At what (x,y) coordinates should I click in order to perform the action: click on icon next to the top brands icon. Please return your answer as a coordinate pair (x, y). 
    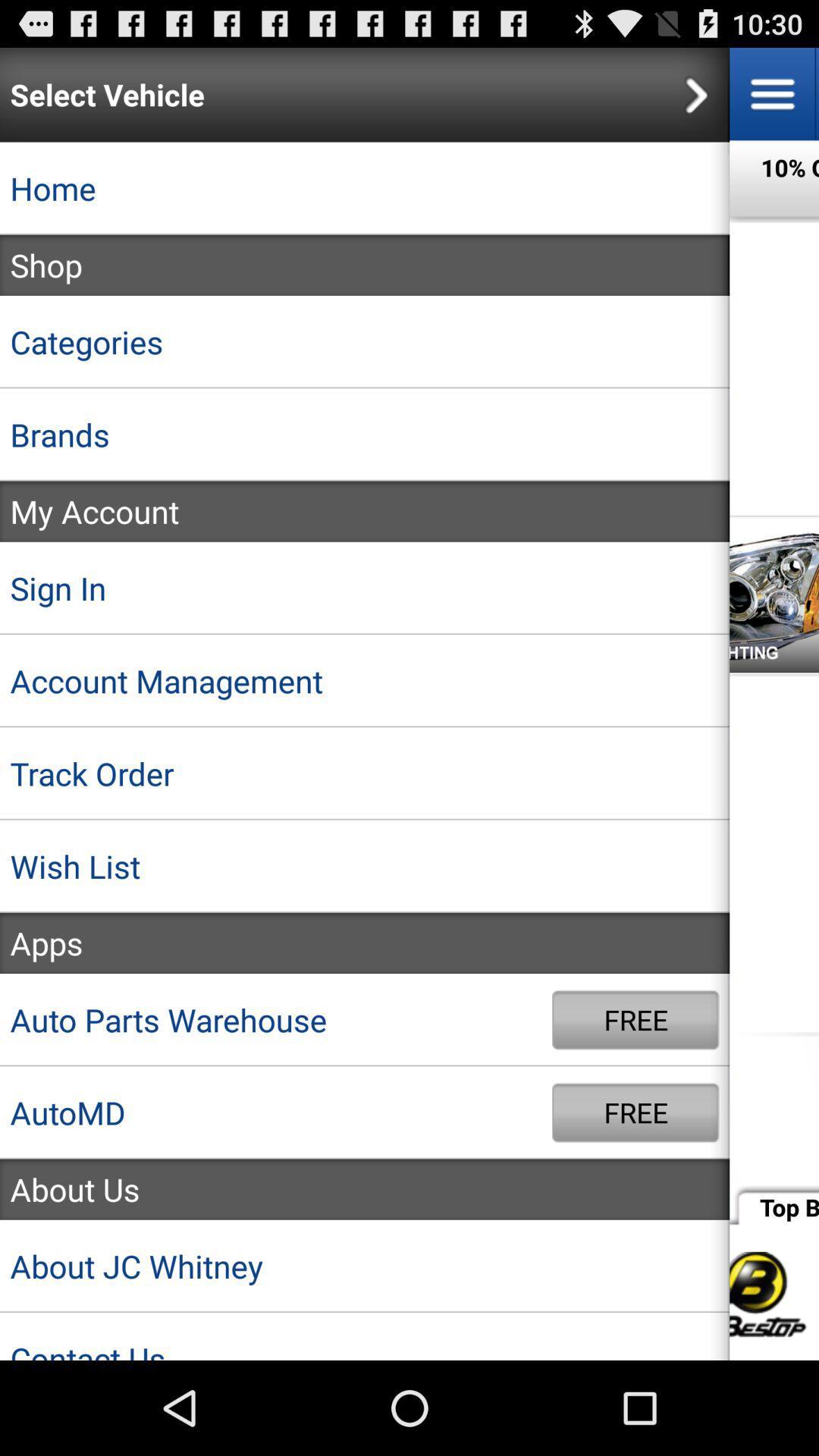
    Looking at the image, I should click on (365, 1188).